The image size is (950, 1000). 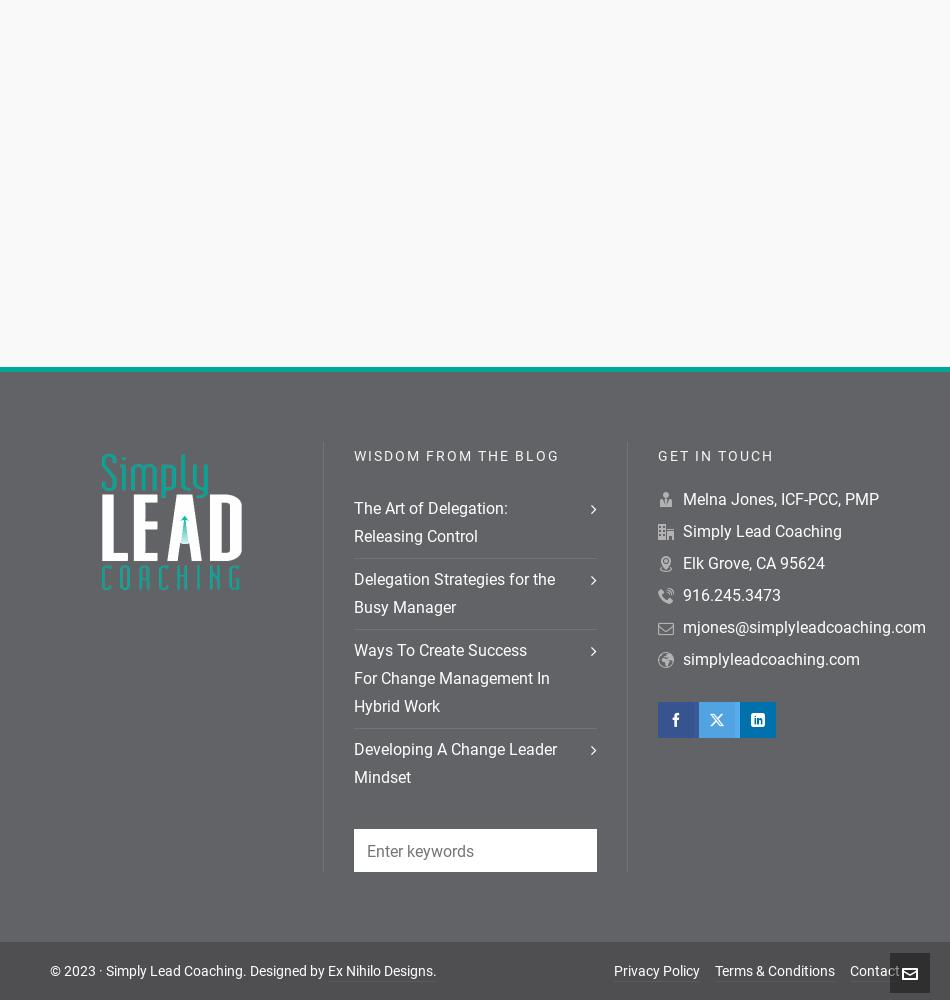 What do you see at coordinates (453, 592) in the screenshot?
I see `'Delegation Strategies for the Busy Manager'` at bounding box center [453, 592].